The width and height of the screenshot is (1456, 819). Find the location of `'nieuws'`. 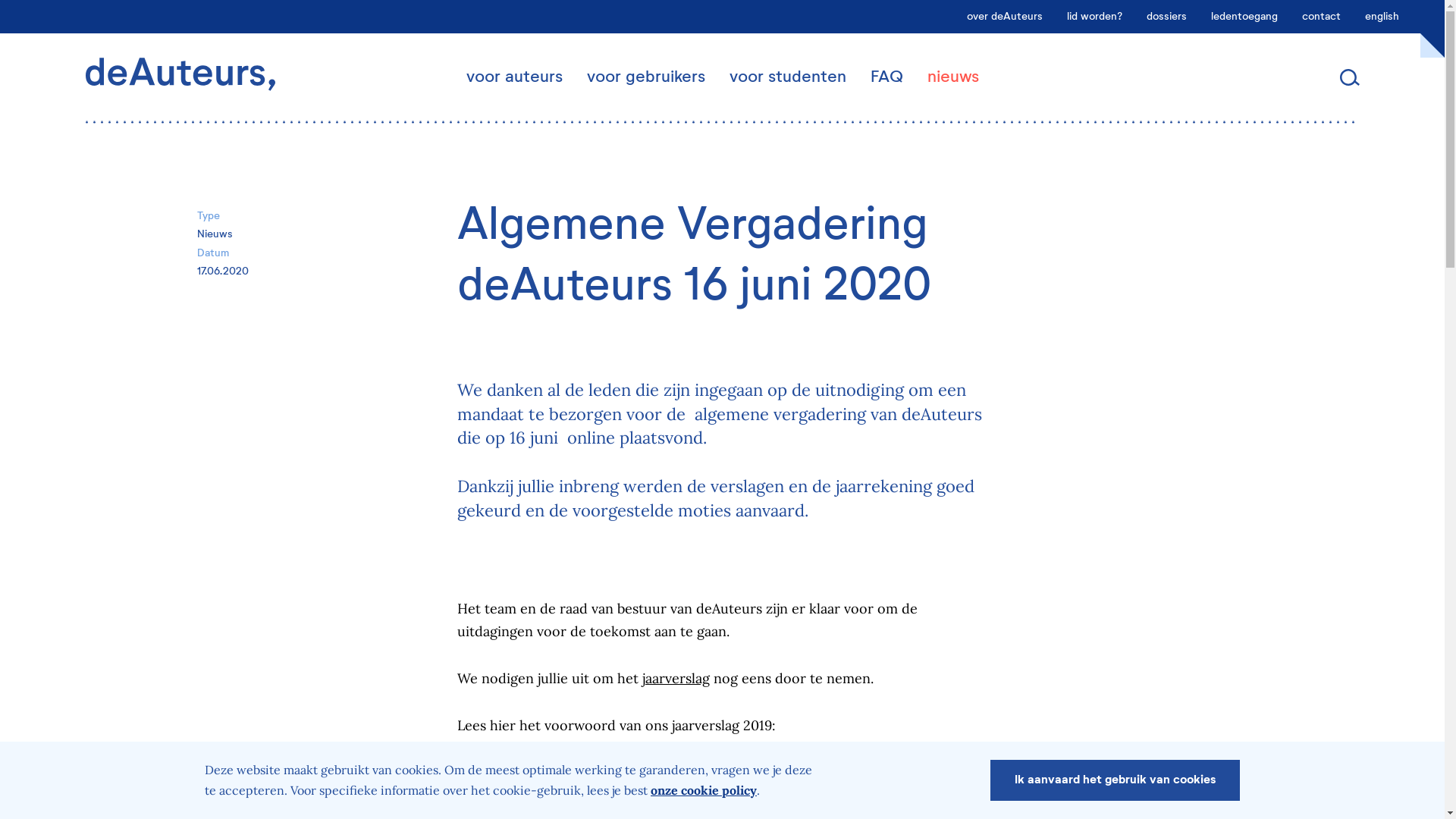

'nieuws' is located at coordinates (952, 77).